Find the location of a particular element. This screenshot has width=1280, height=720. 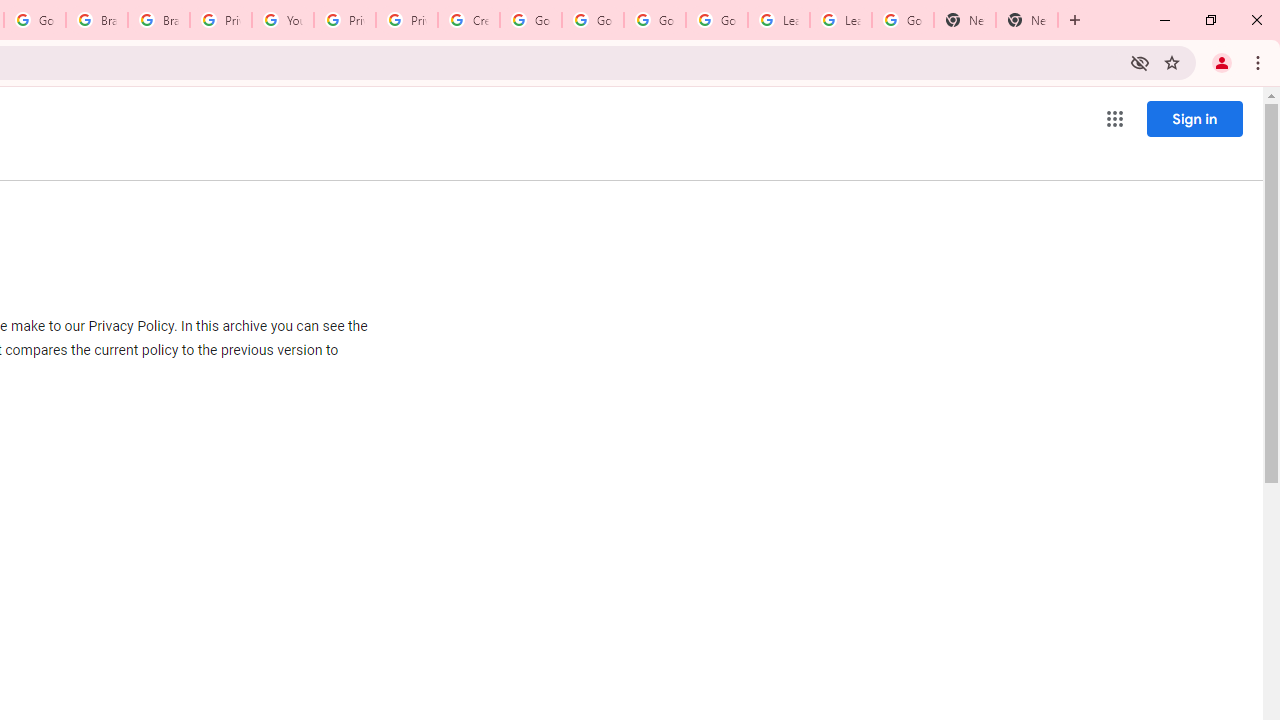

'Google Account Help' is located at coordinates (531, 20).